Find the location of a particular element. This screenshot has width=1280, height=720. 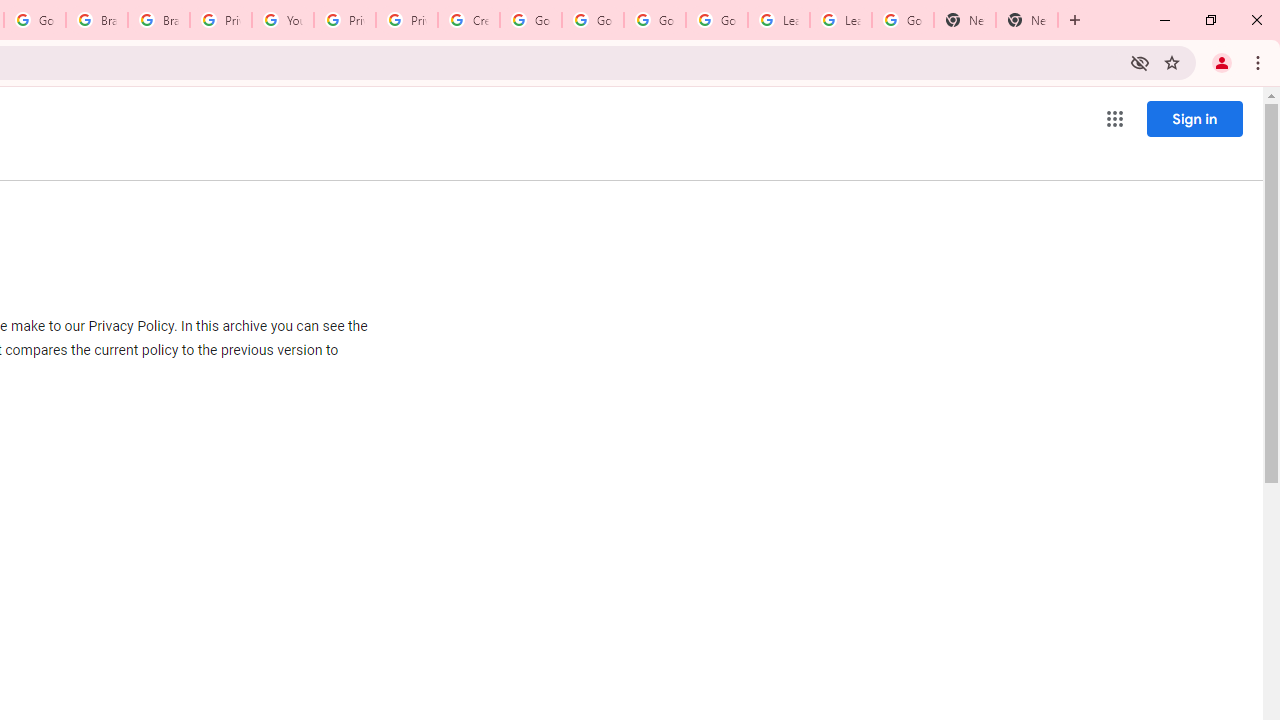

'Google Account Help' is located at coordinates (531, 20).